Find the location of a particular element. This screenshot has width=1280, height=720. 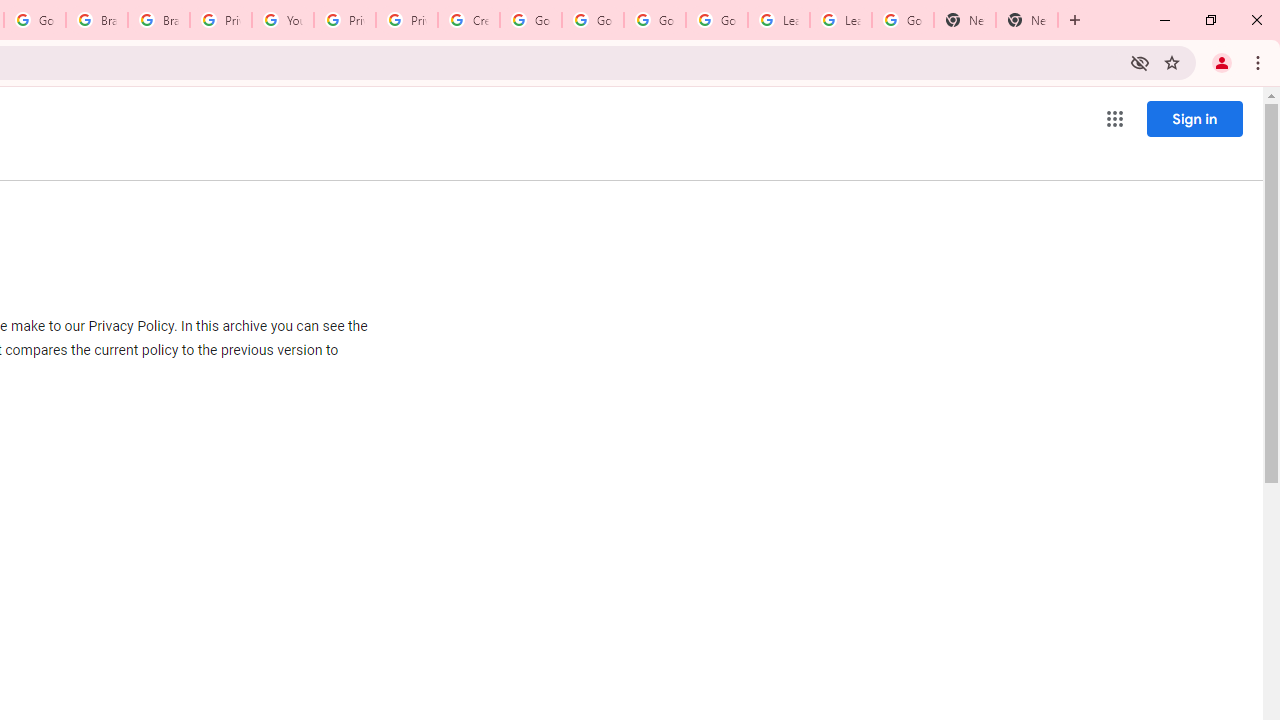

'Google Account Help' is located at coordinates (531, 20).